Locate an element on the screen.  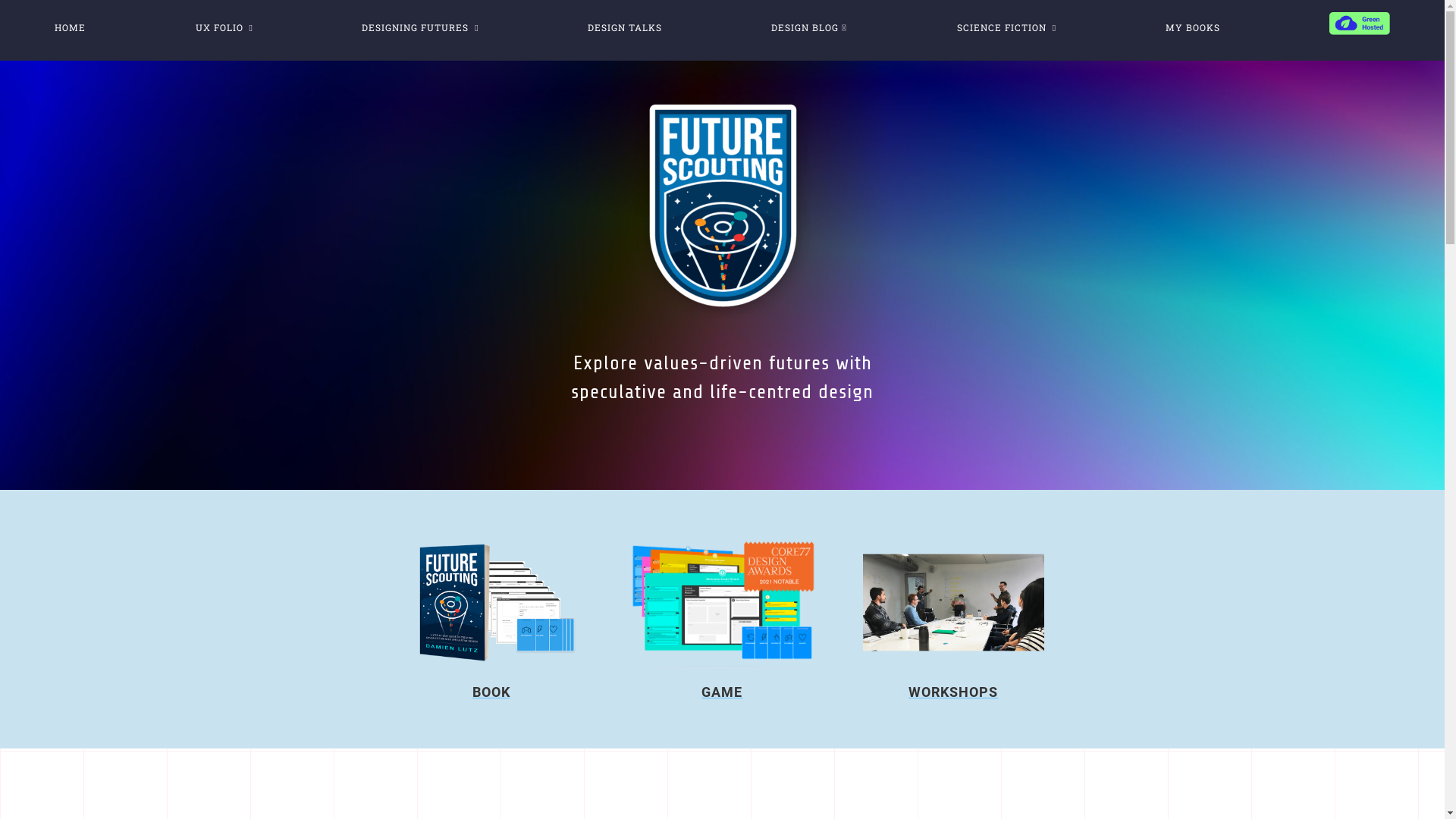
'UX FOLIO' is located at coordinates (222, 26).